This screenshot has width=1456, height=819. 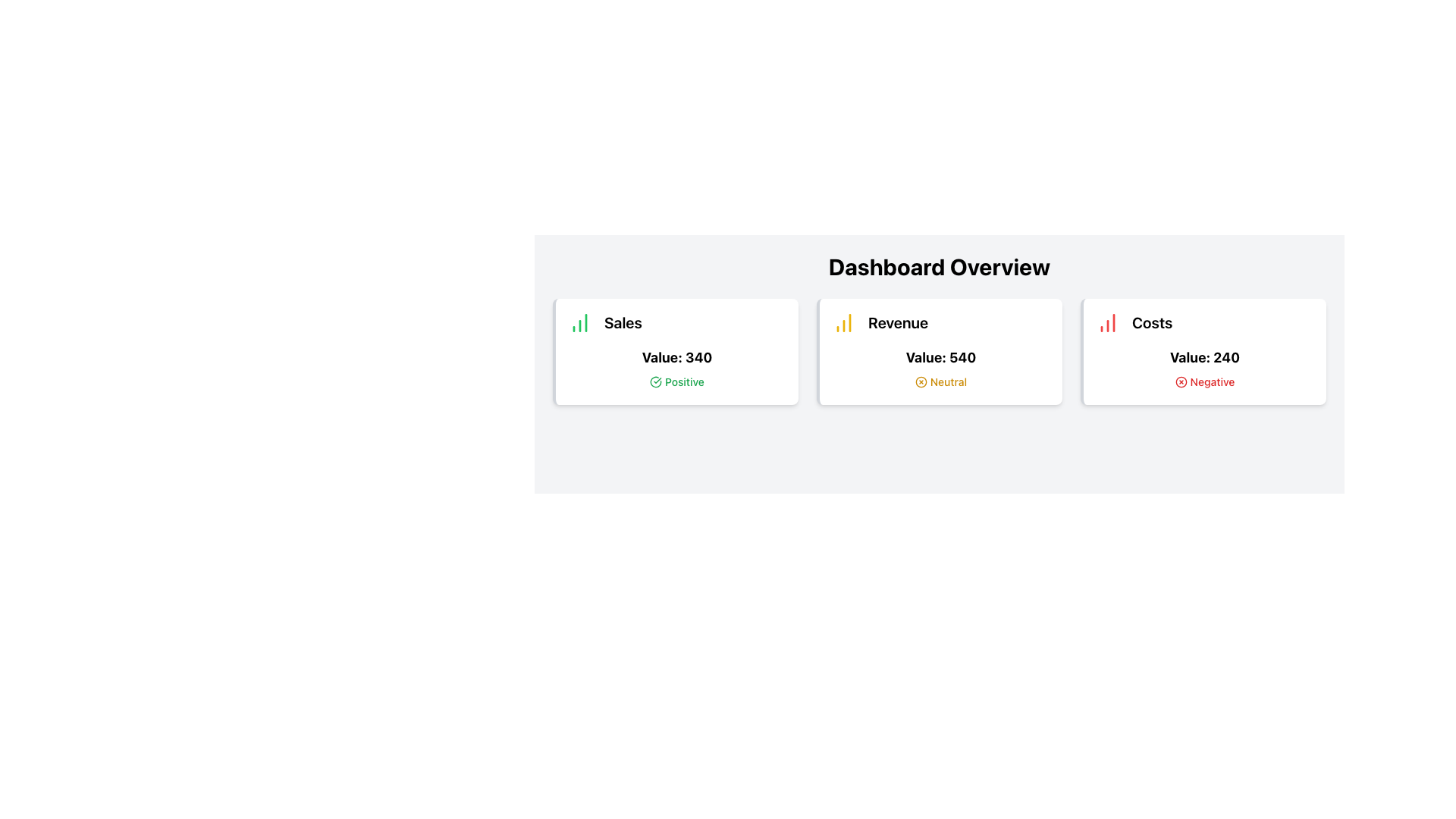 What do you see at coordinates (1152, 322) in the screenshot?
I see `the text label component displaying the word 'Costs' in bold, located in the rightmost card of the 'Dashboard Overview' section` at bounding box center [1152, 322].